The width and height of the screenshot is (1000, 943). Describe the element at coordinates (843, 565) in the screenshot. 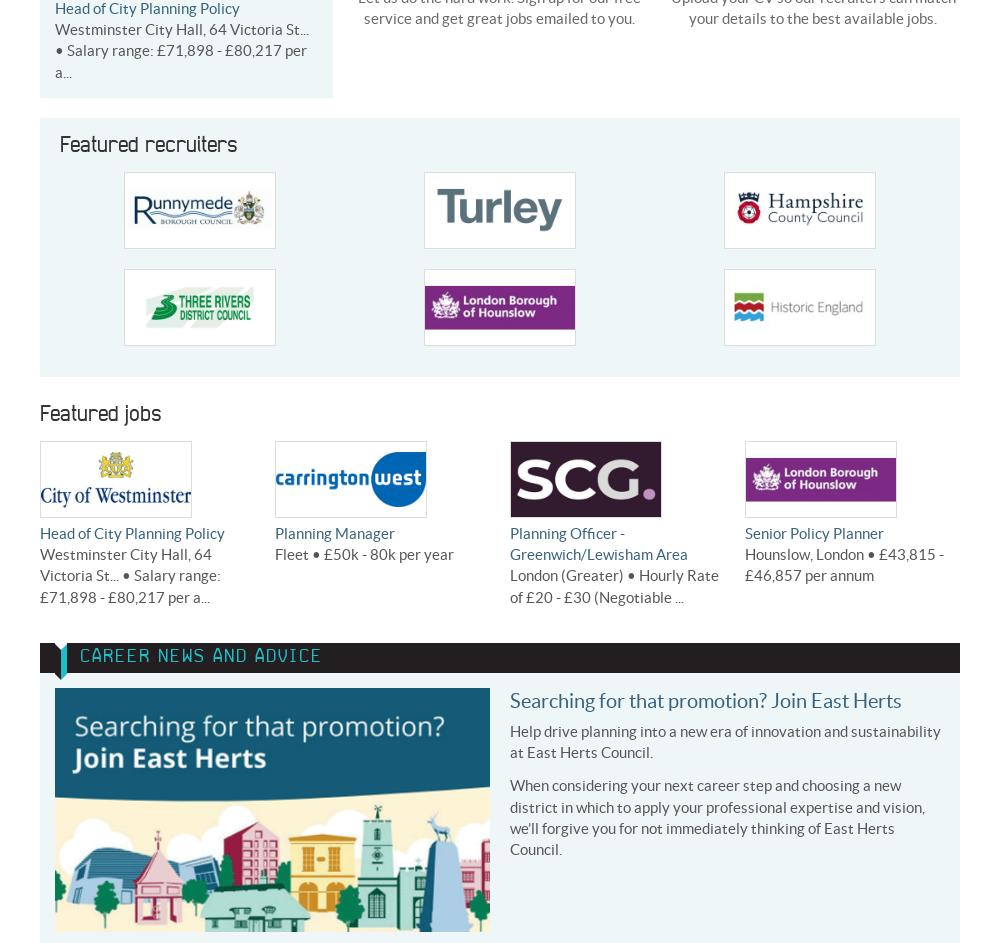

I see `'£43,815 - £46,857 per annum'` at that location.